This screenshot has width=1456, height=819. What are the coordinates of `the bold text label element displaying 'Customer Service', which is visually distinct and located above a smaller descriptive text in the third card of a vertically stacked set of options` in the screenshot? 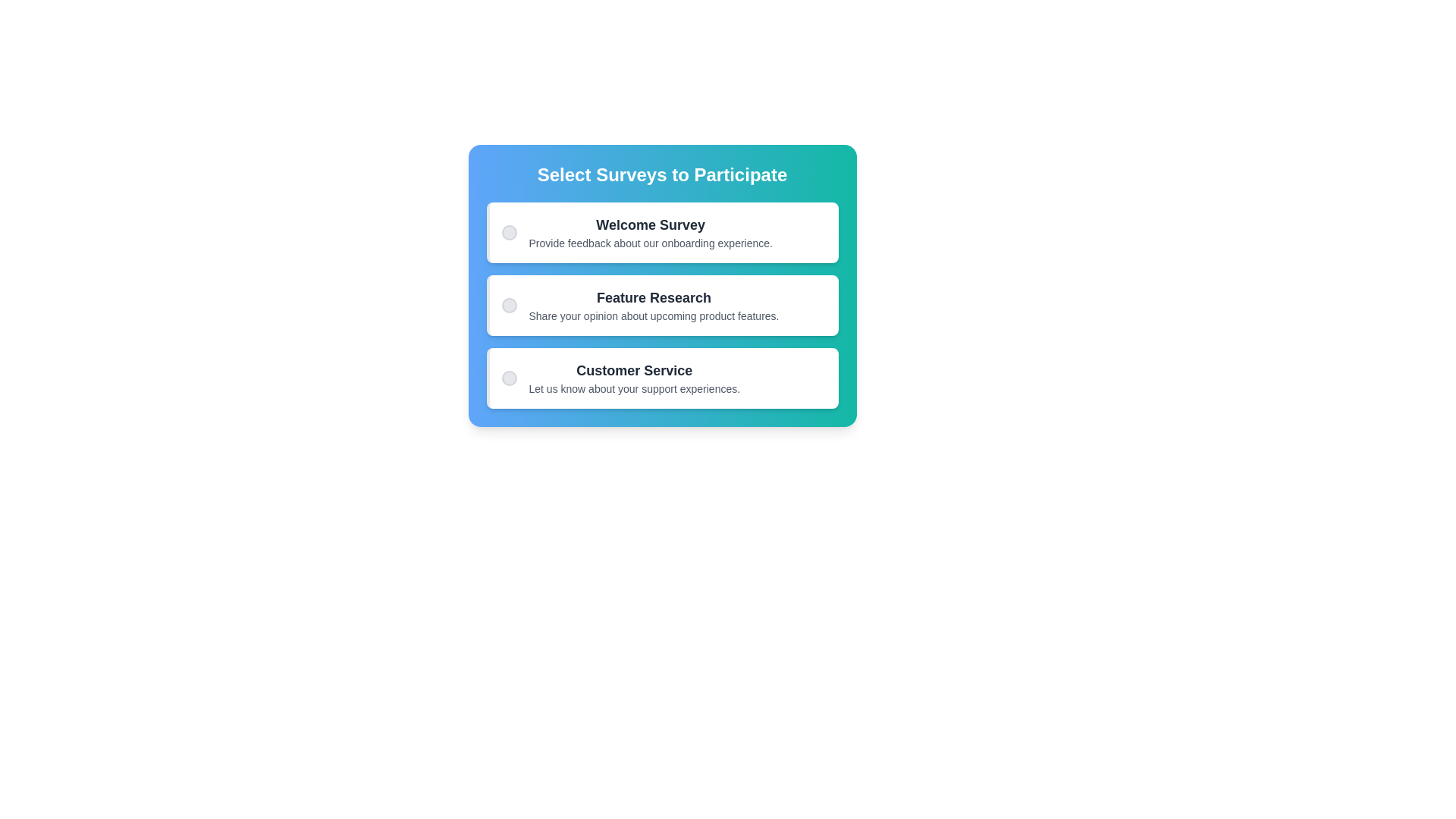 It's located at (634, 371).